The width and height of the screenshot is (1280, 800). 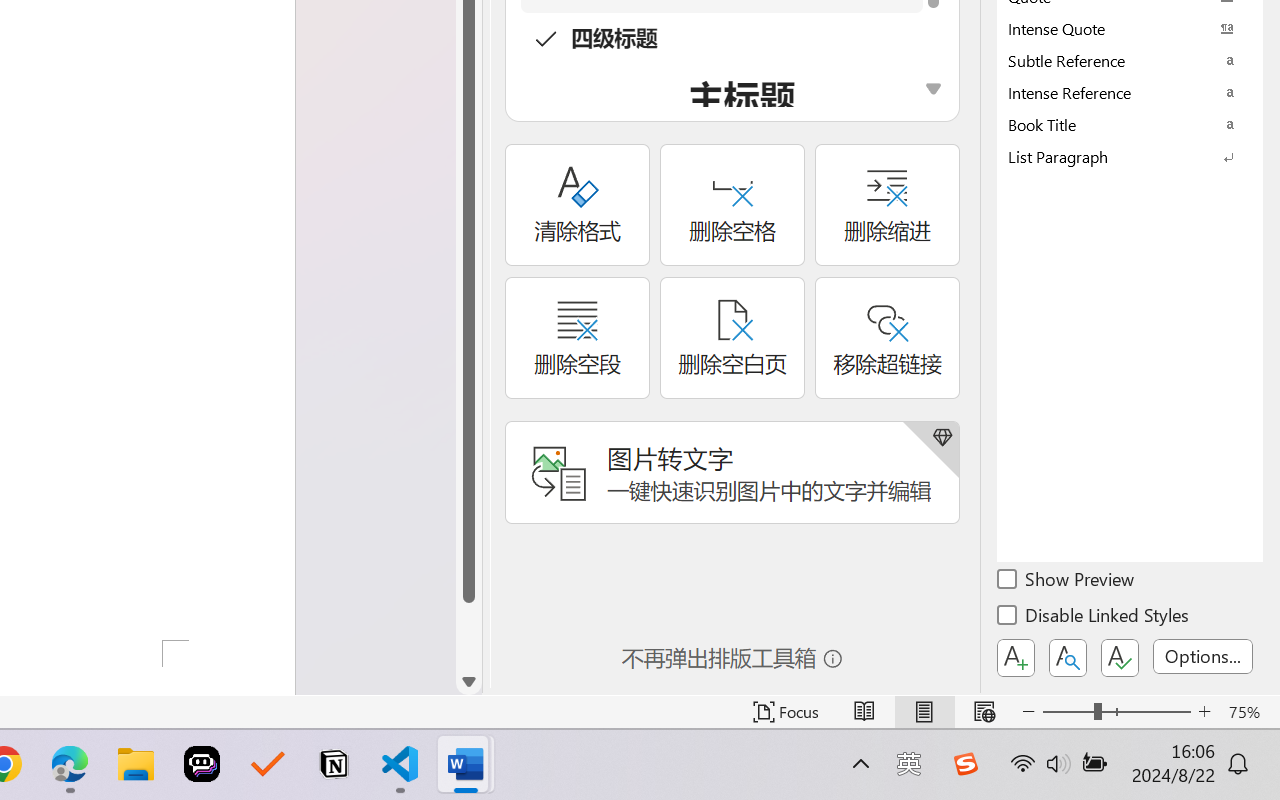 I want to click on 'Print Layout', so click(x=923, y=711).